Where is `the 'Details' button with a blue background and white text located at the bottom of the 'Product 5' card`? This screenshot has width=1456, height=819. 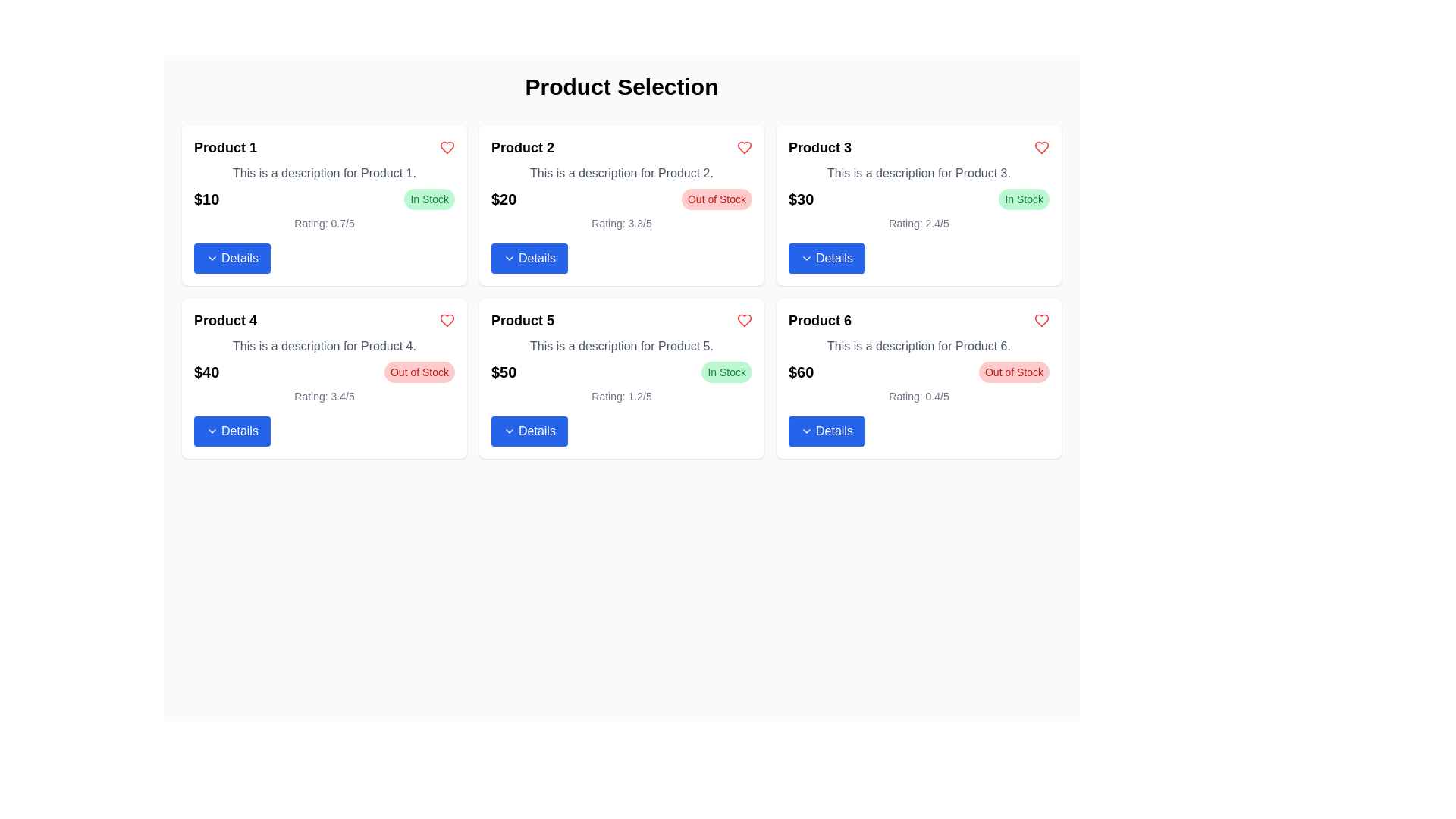
the 'Details' button with a blue background and white text located at the bottom of the 'Product 5' card is located at coordinates (529, 431).